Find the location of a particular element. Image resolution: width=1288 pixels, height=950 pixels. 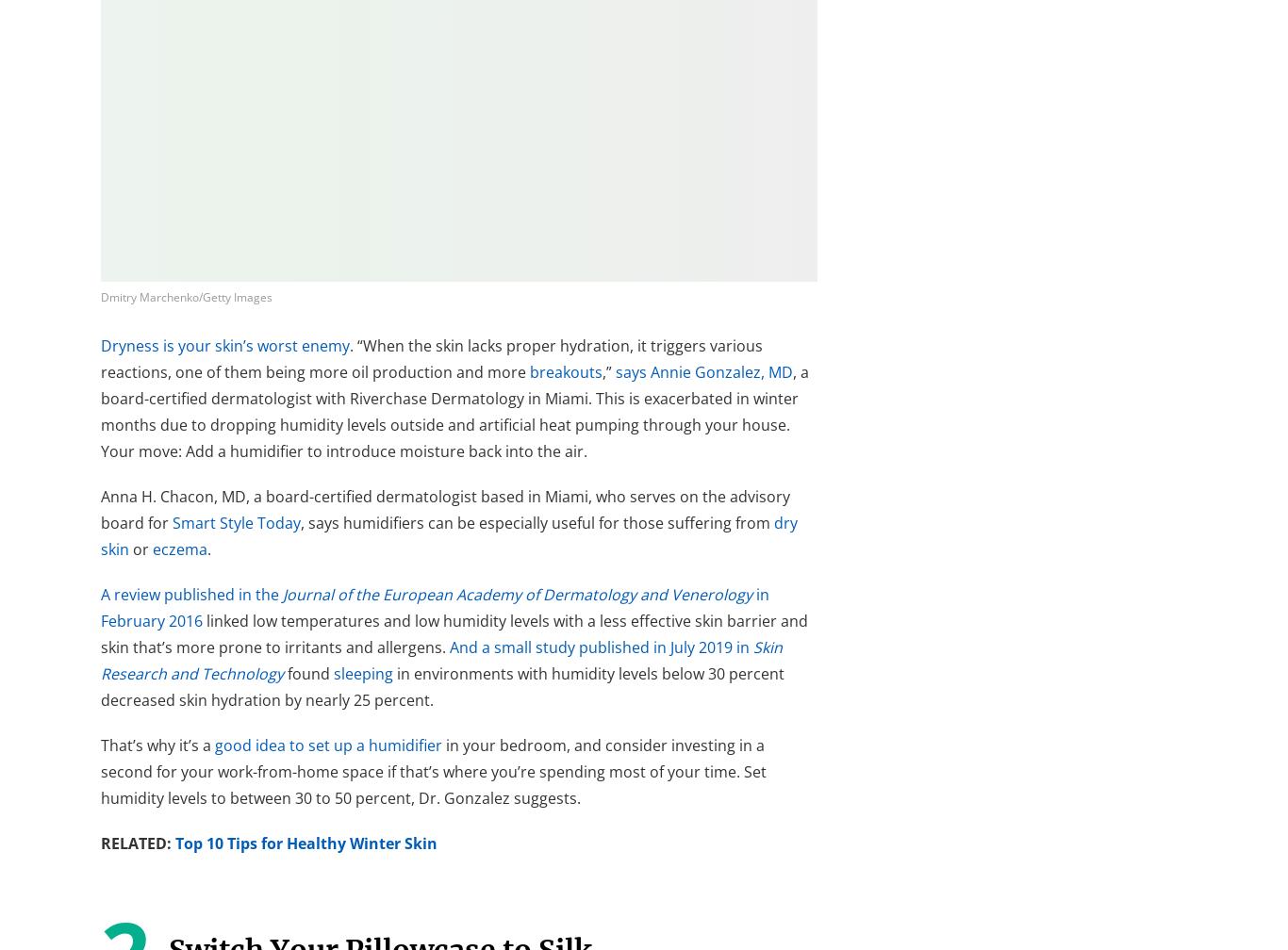

'eczema' is located at coordinates (178, 549).